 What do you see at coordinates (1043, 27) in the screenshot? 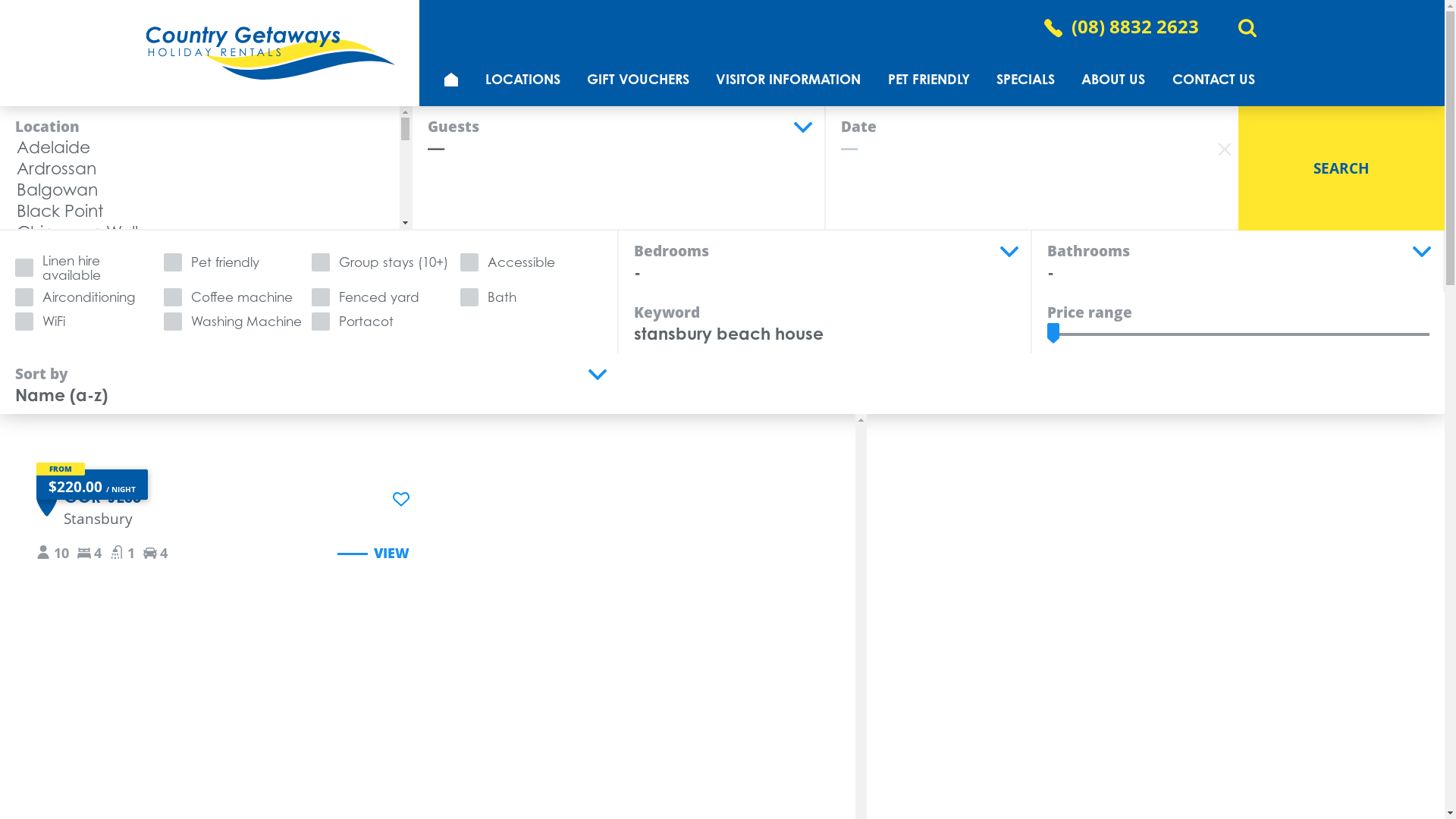
I see `'(08) 8832 2623'` at bounding box center [1043, 27].